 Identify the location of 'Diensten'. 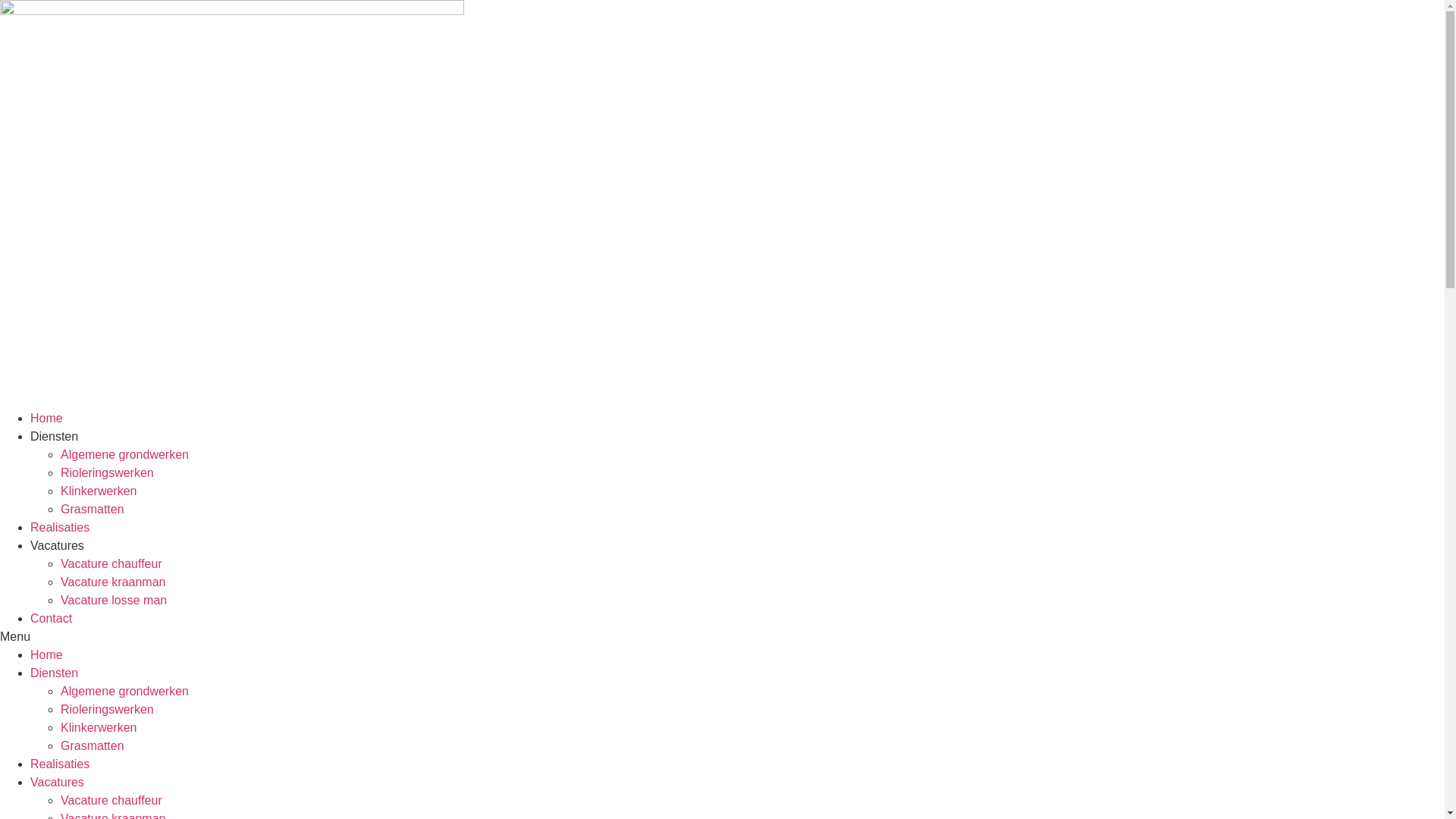
(54, 436).